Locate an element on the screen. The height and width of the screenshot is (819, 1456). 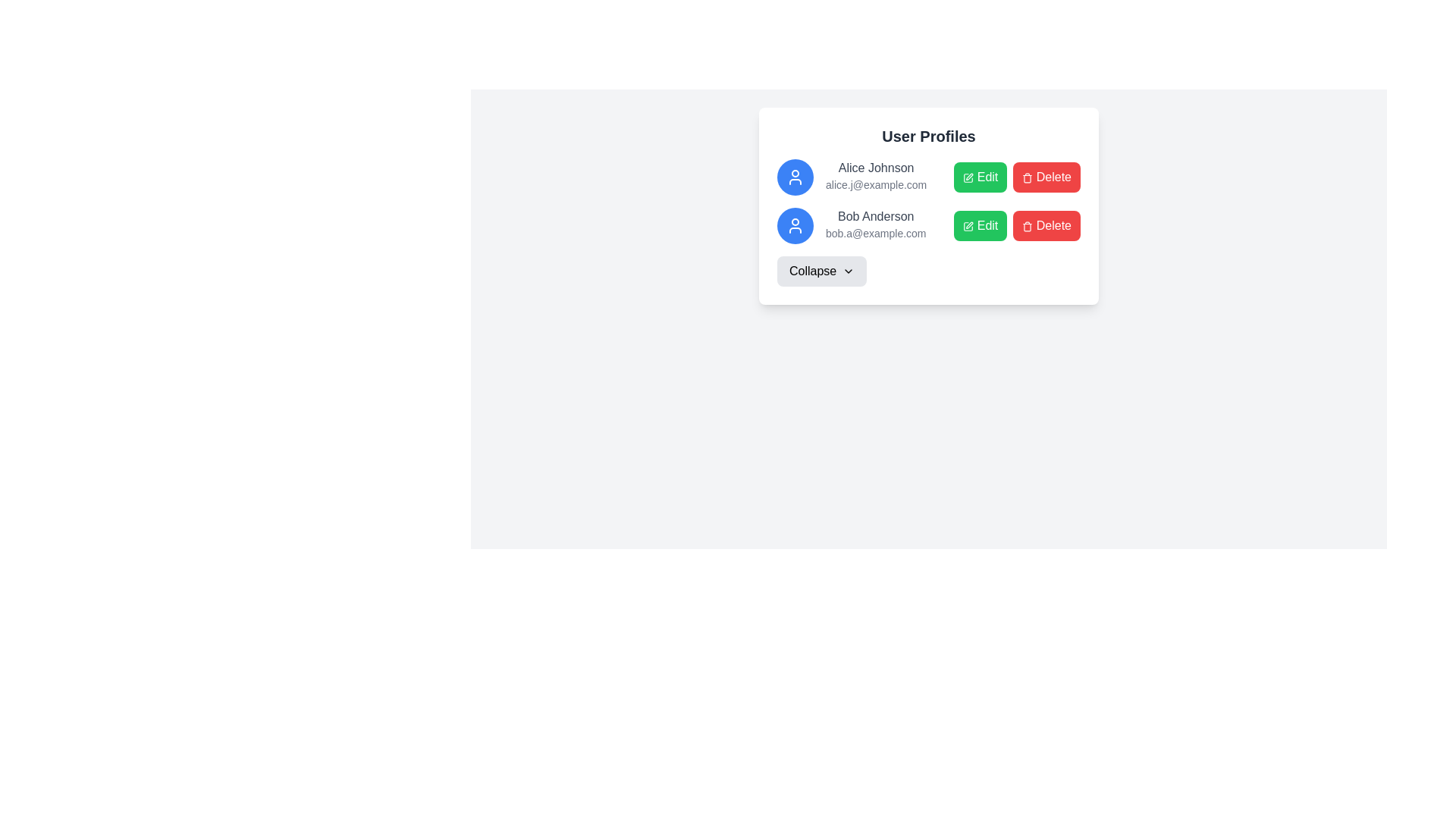
the user profile card for 'Alice Johnson', which features a circular blue icon with a user symbol and displays the name in bold and email in gray is located at coordinates (852, 177).